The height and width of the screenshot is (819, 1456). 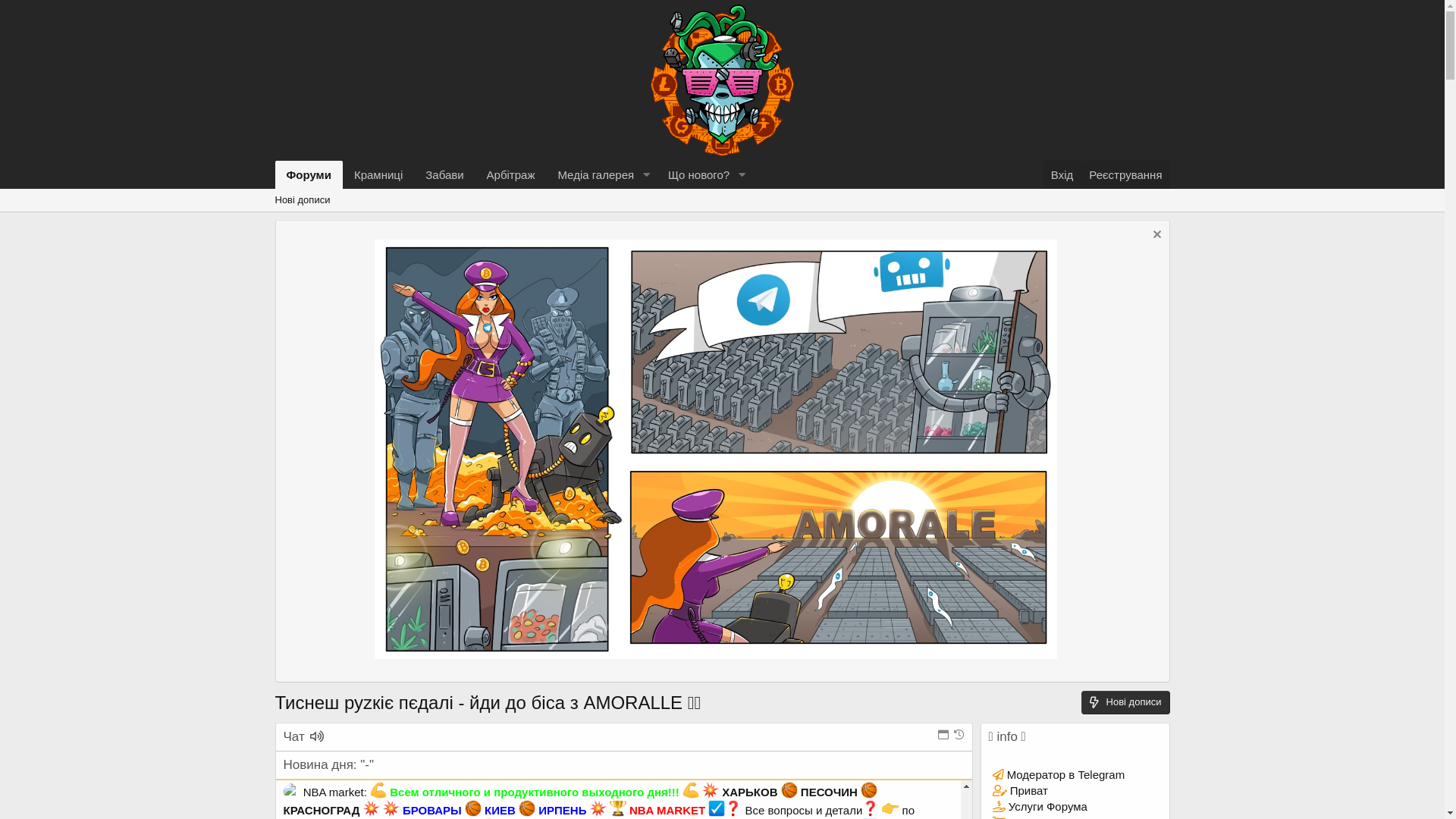 I want to click on 'Question mark    :question:', so click(x=733, y=807).